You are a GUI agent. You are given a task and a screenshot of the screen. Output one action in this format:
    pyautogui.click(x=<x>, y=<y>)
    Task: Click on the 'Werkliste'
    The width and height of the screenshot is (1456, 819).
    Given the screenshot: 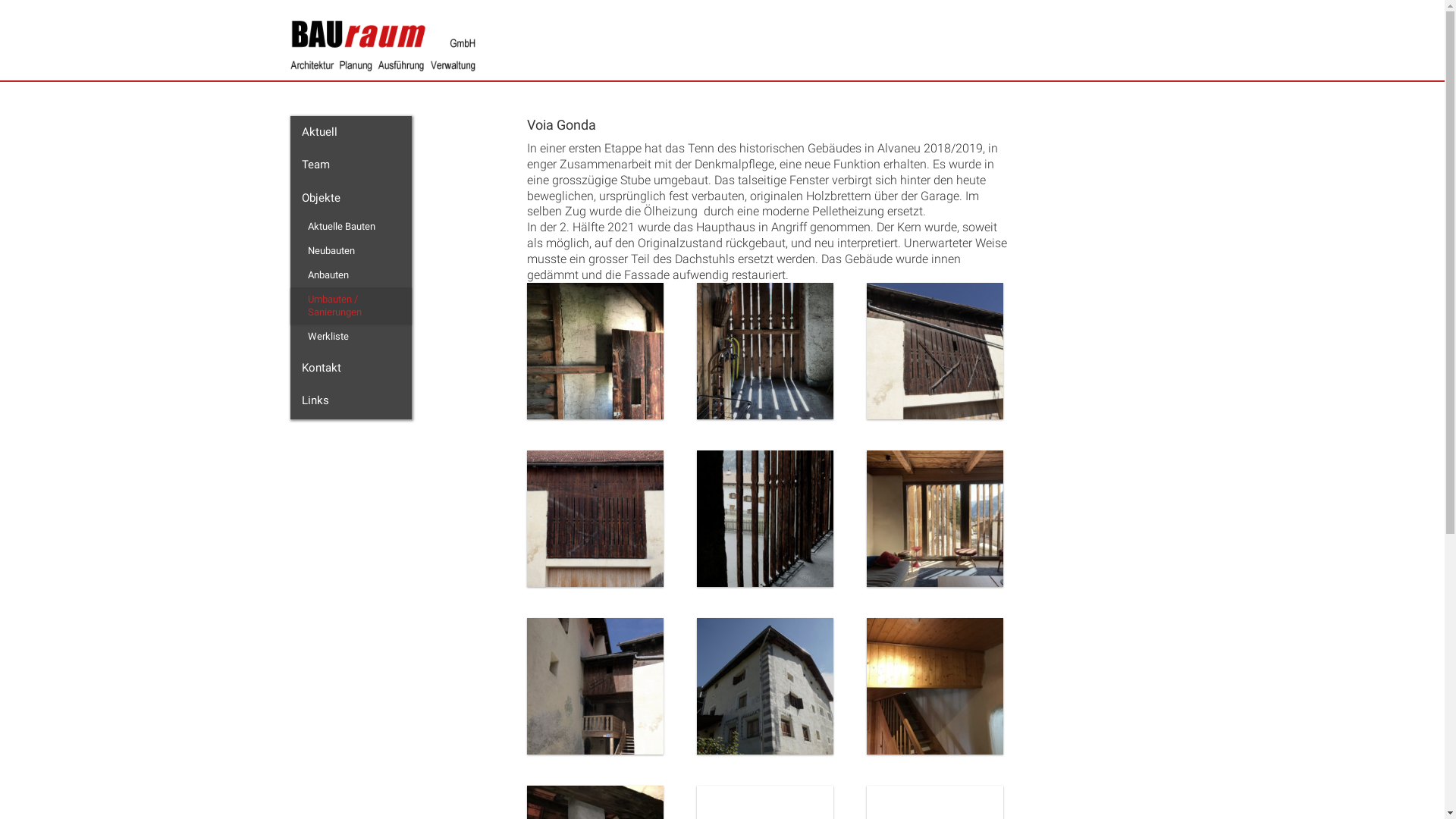 What is the action you would take?
    pyautogui.click(x=352, y=335)
    